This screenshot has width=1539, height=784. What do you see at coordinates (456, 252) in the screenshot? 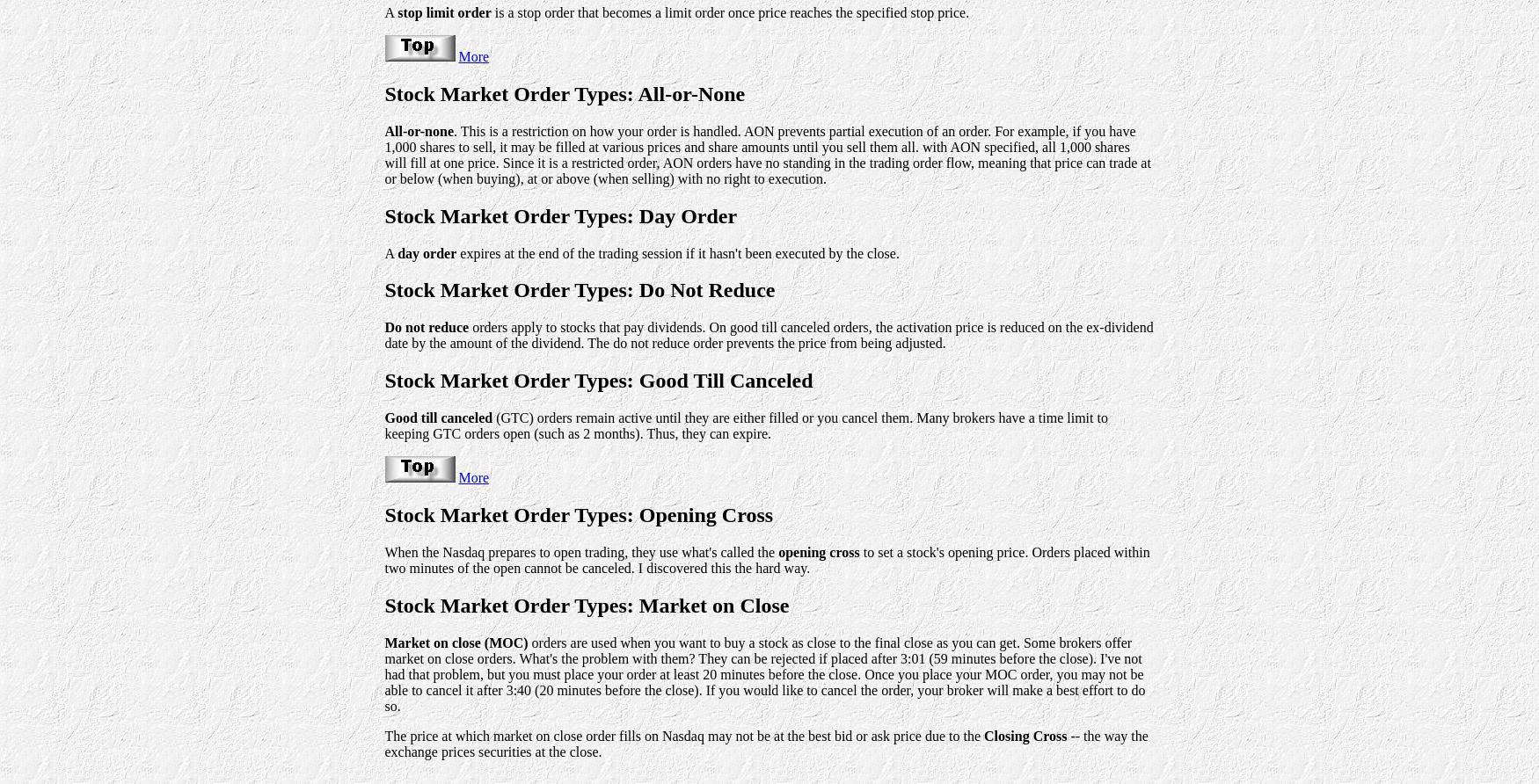
I see `'expires at the end of the trading session if it hasn't been executed by the close.'` at bounding box center [456, 252].